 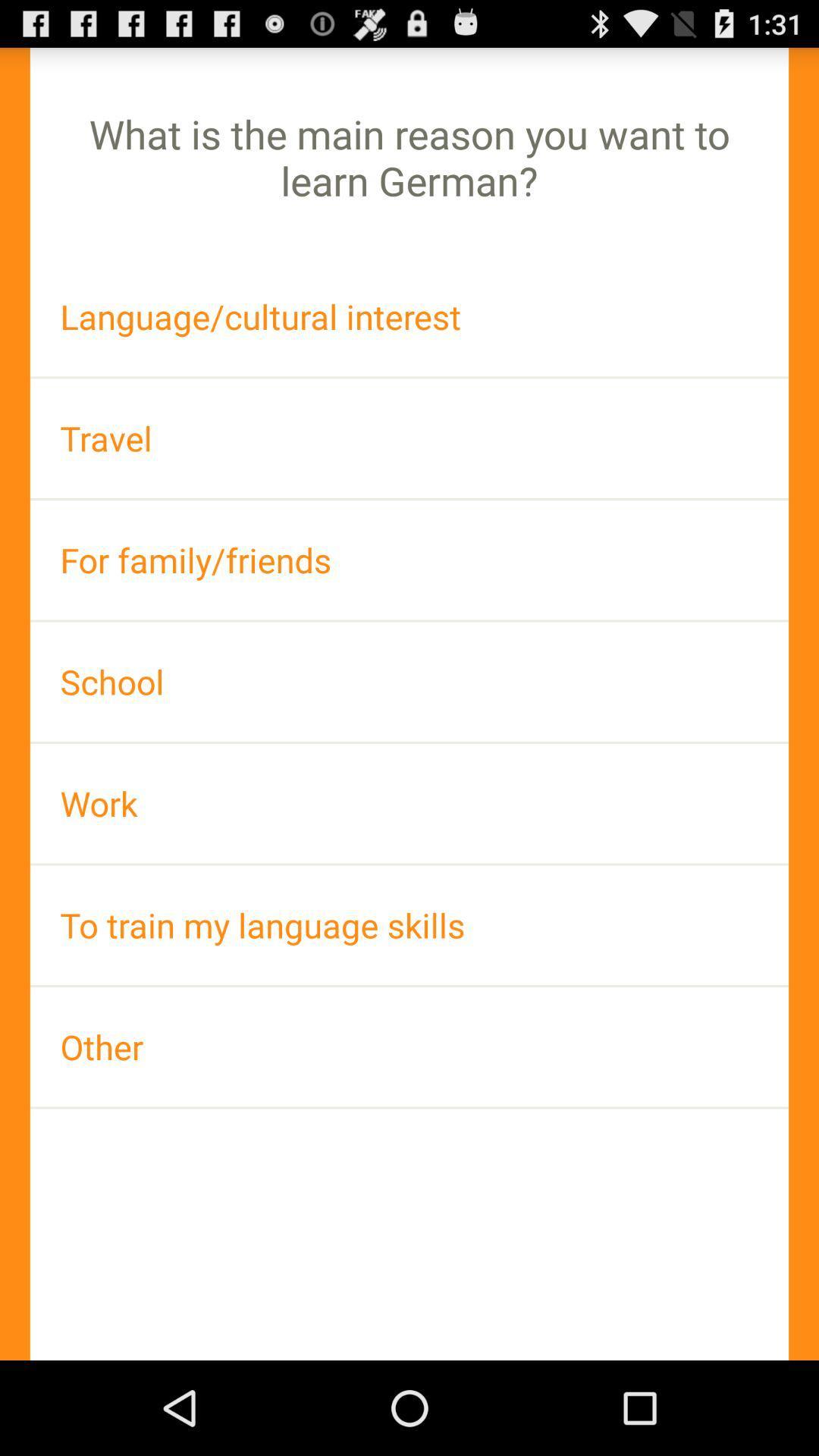 What do you see at coordinates (409, 681) in the screenshot?
I see `the school item` at bounding box center [409, 681].